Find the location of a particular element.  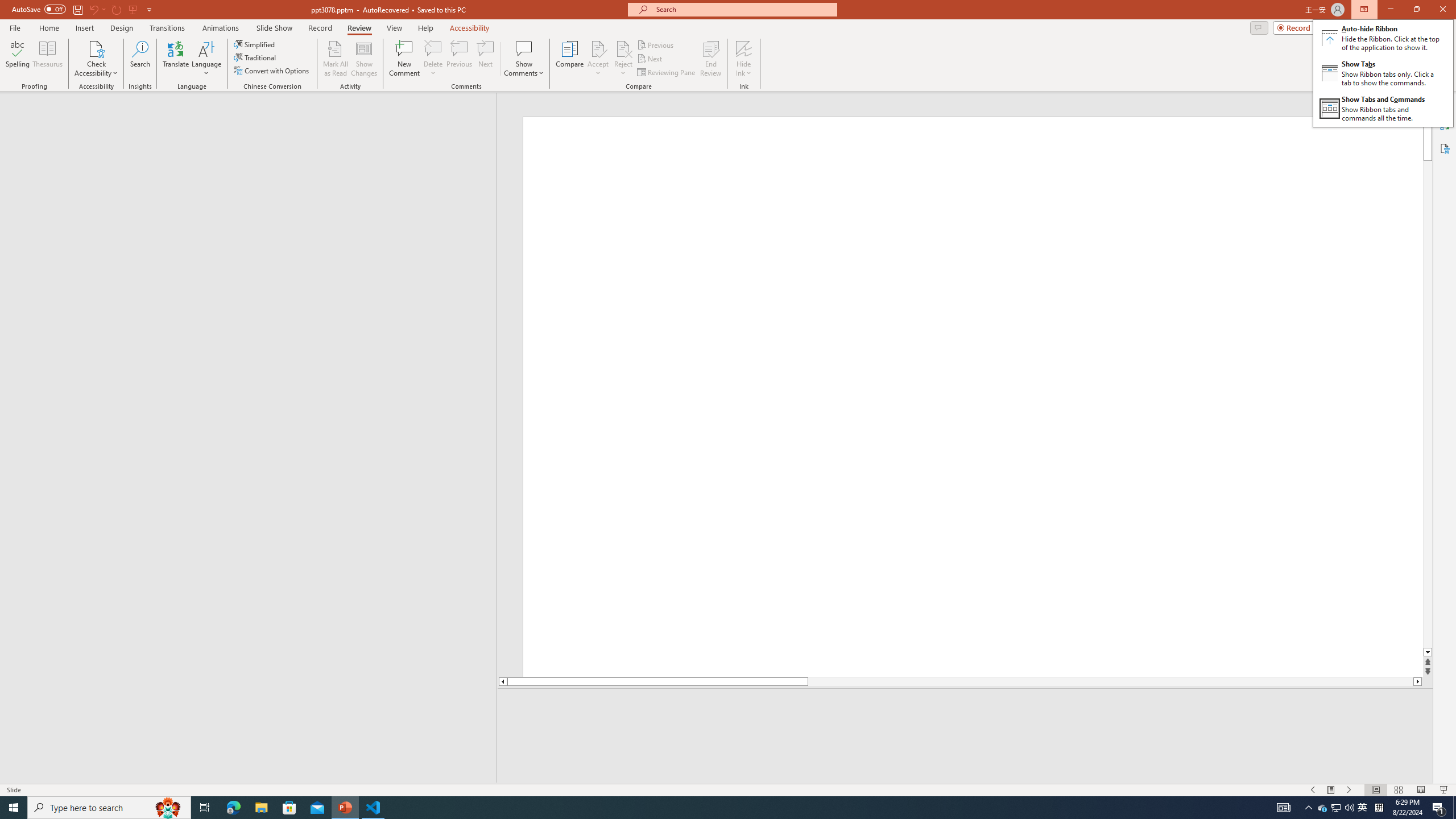

'Next' is located at coordinates (650, 59).